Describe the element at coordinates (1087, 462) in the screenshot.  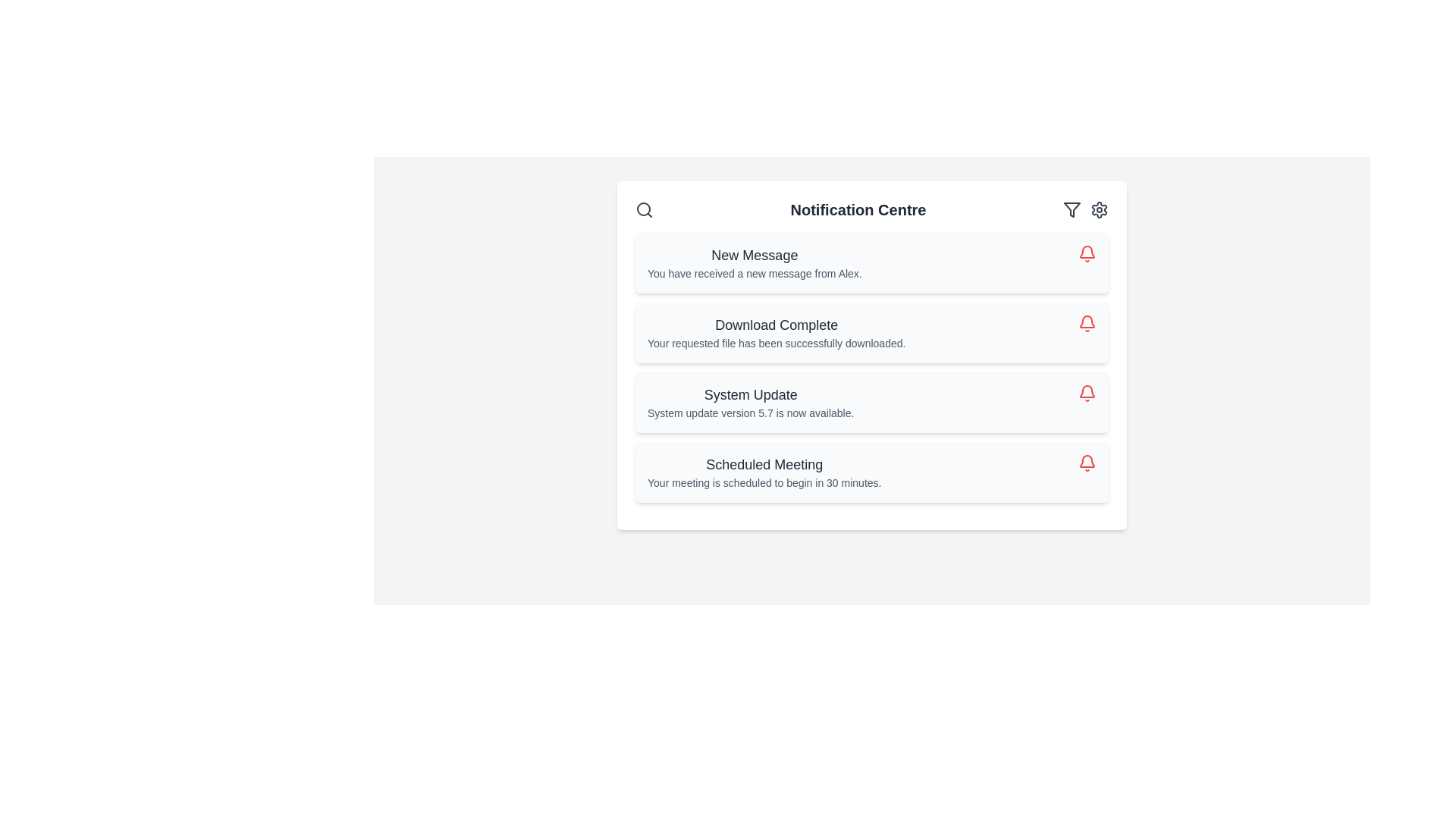
I see `the notification icon indicating a 'Scheduled Meeting'` at that location.